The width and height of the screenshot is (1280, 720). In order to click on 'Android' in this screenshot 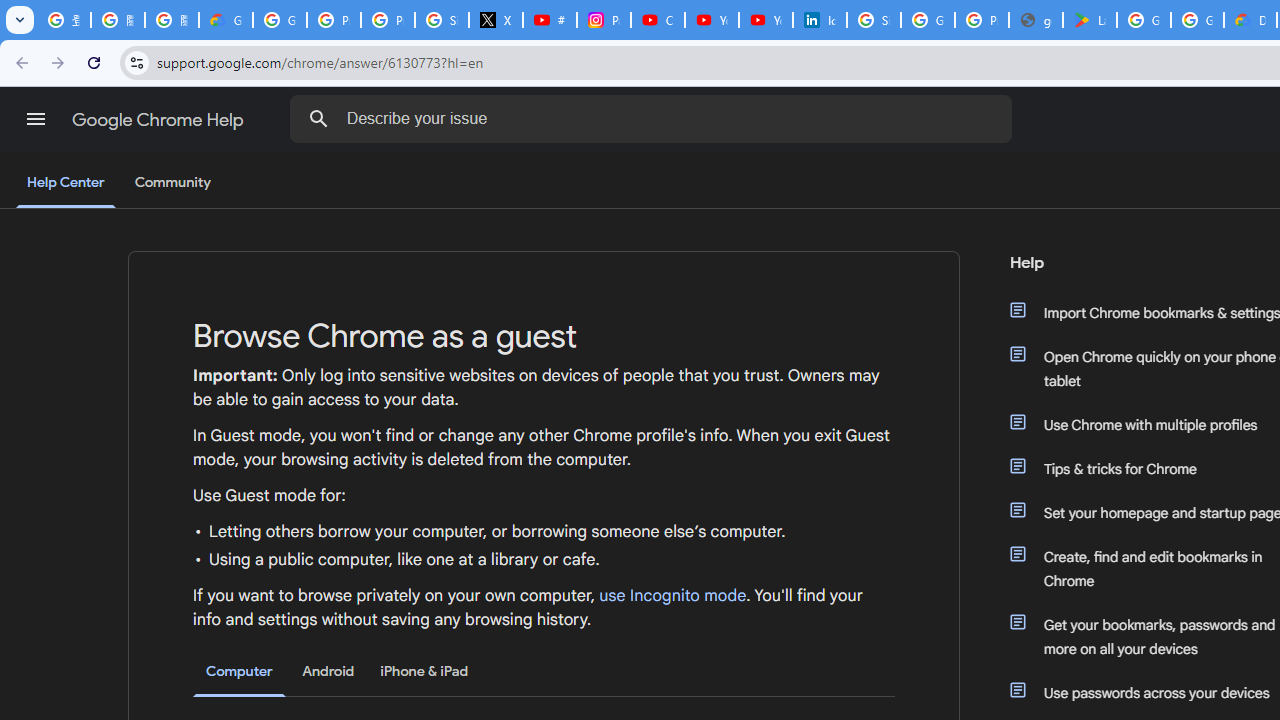, I will do `click(328, 671)`.